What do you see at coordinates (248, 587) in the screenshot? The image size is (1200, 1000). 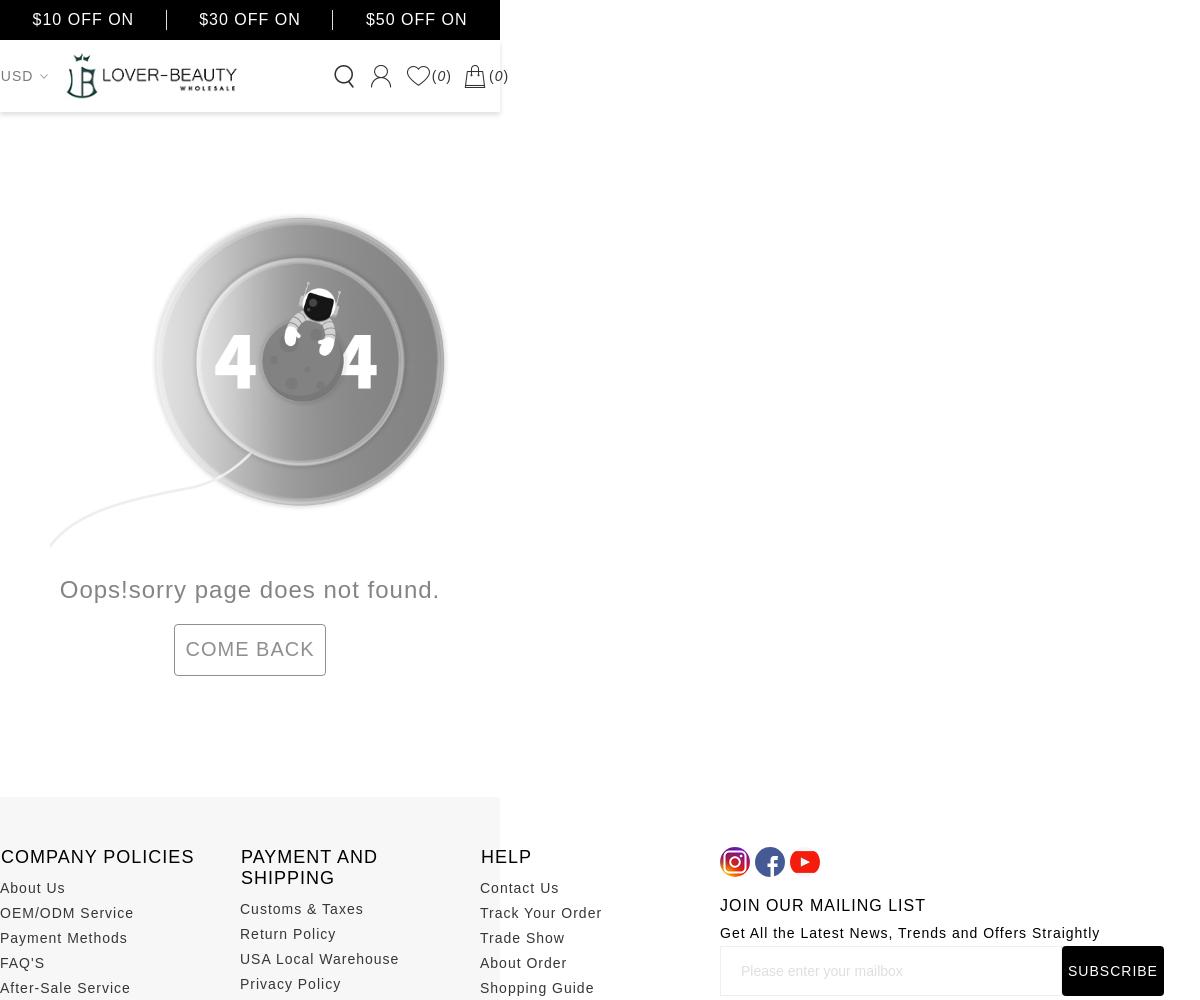 I see `'Oops!sorry page does not found.'` at bounding box center [248, 587].